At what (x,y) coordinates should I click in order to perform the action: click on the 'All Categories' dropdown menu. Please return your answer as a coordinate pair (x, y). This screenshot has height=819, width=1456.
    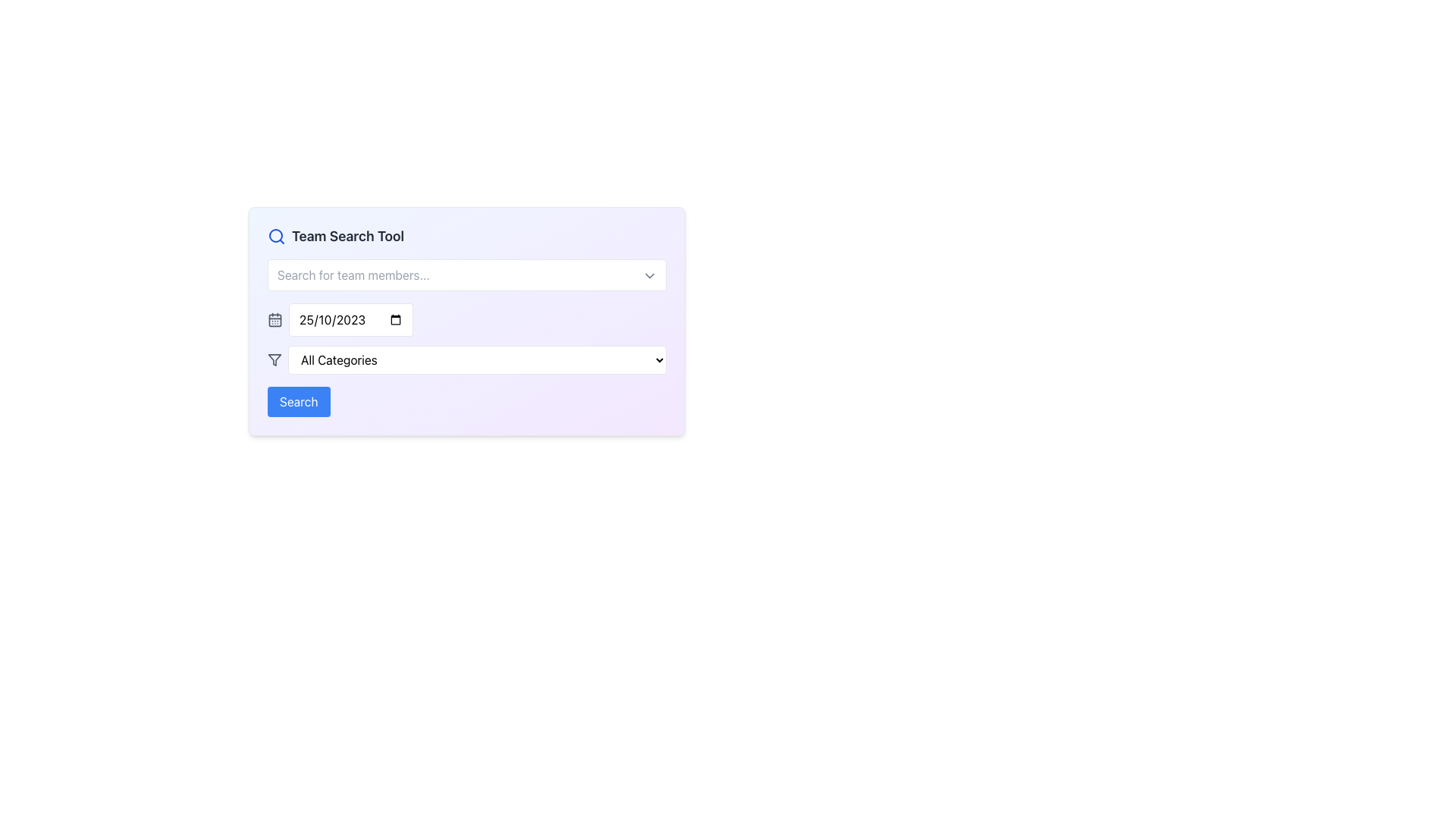
    Looking at the image, I should click on (476, 359).